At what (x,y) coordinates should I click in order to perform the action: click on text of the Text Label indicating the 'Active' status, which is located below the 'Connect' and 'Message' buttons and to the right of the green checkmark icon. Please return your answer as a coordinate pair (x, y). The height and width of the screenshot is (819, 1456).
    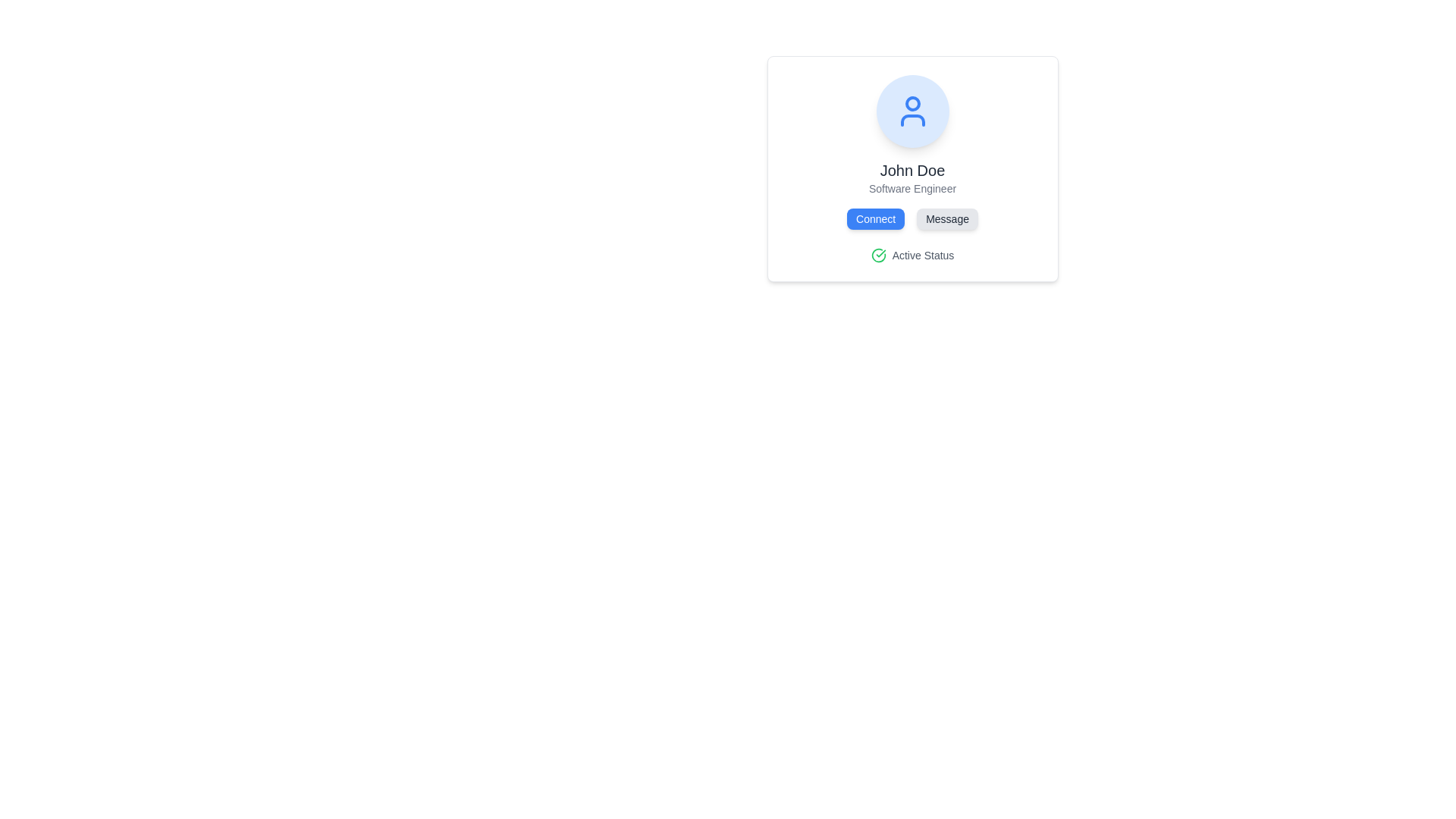
    Looking at the image, I should click on (922, 254).